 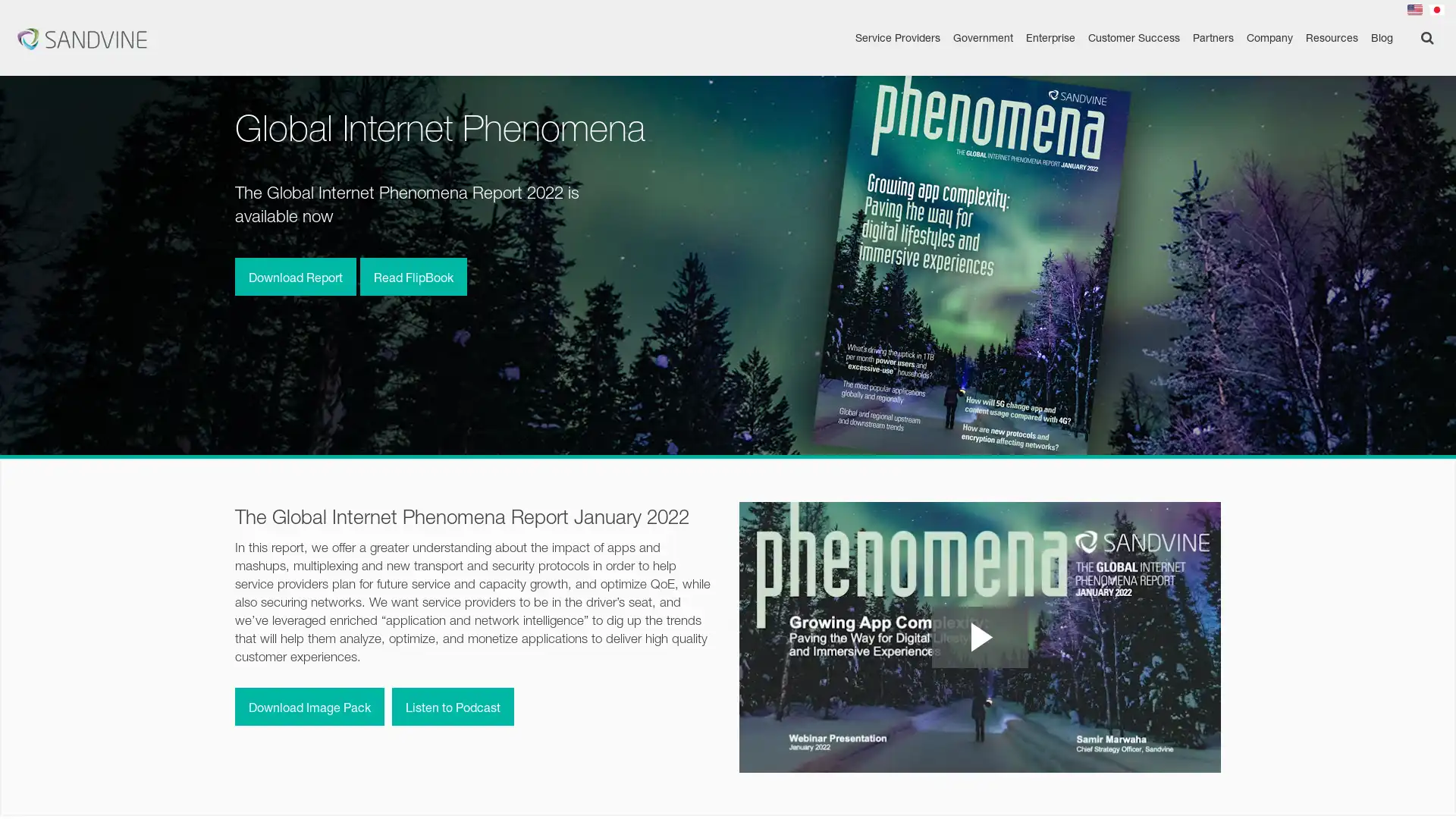 What do you see at coordinates (1295, 789) in the screenshot?
I see `Subscribe now` at bounding box center [1295, 789].